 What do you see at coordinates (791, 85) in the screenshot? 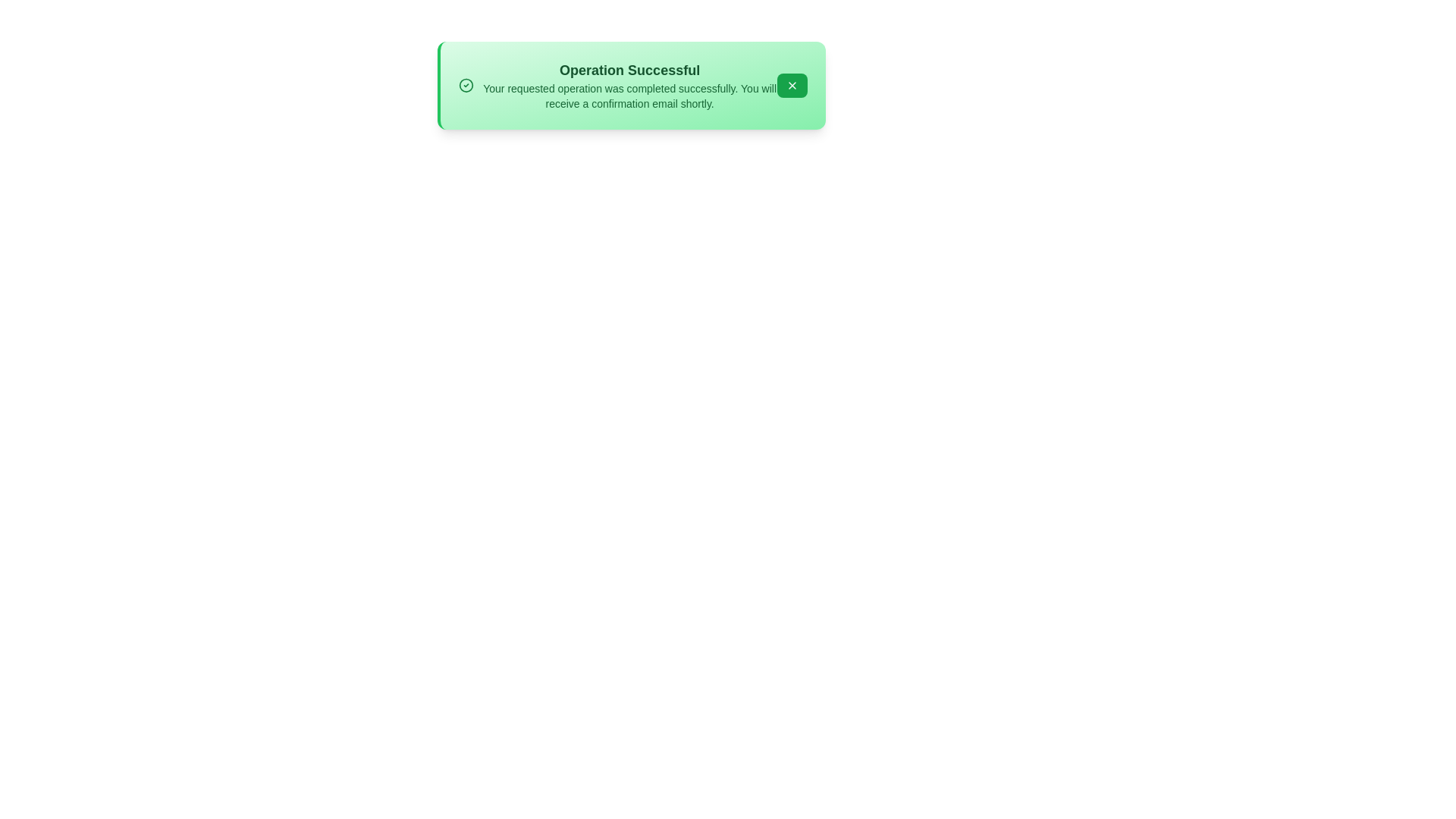
I see `the close button to dismiss the alert` at bounding box center [791, 85].